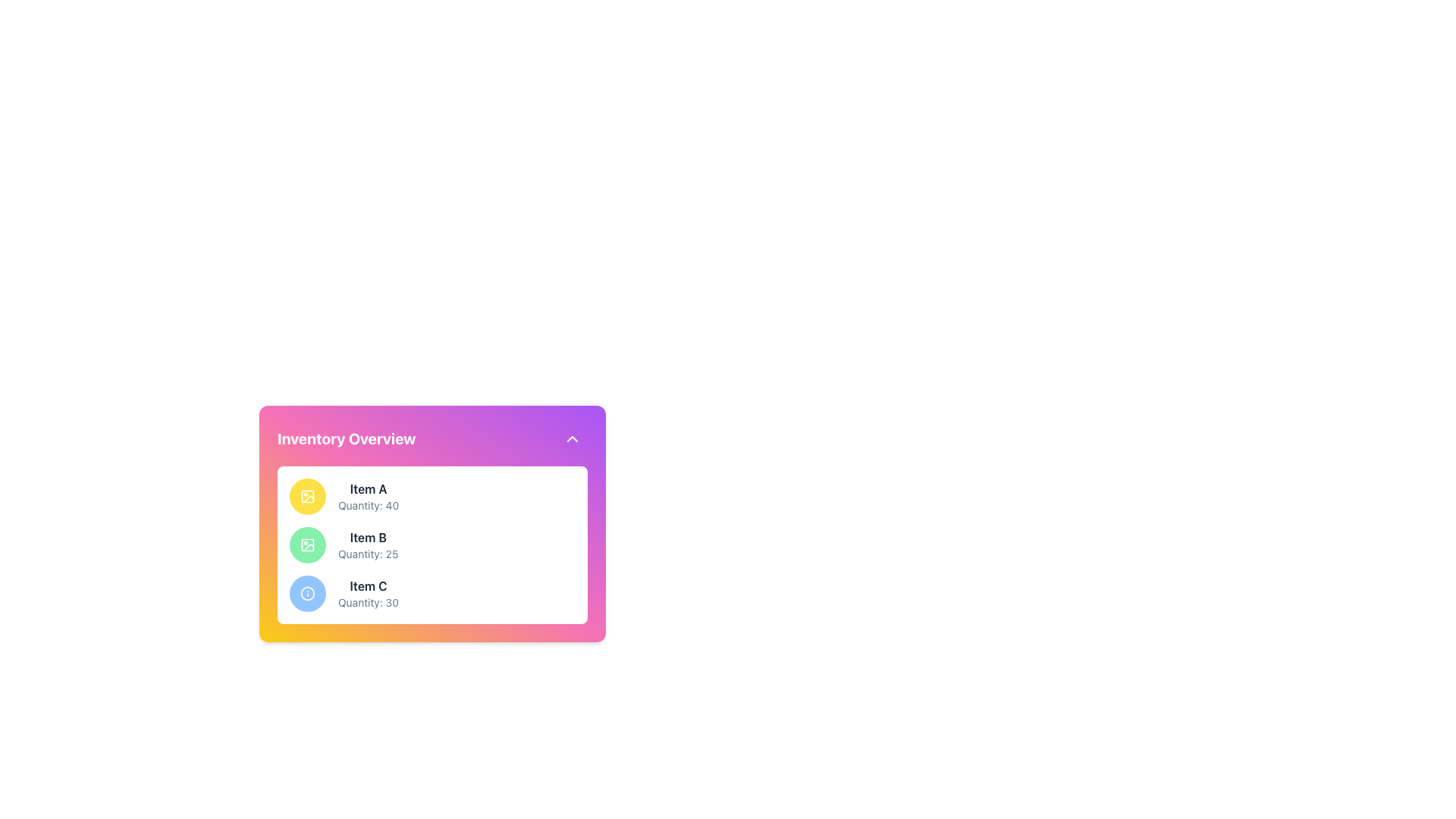  What do you see at coordinates (307, 497) in the screenshot?
I see `the graphical icon component representing 'Item A' in the Inventory Overview panel, located to the left of 'Item A'` at bounding box center [307, 497].